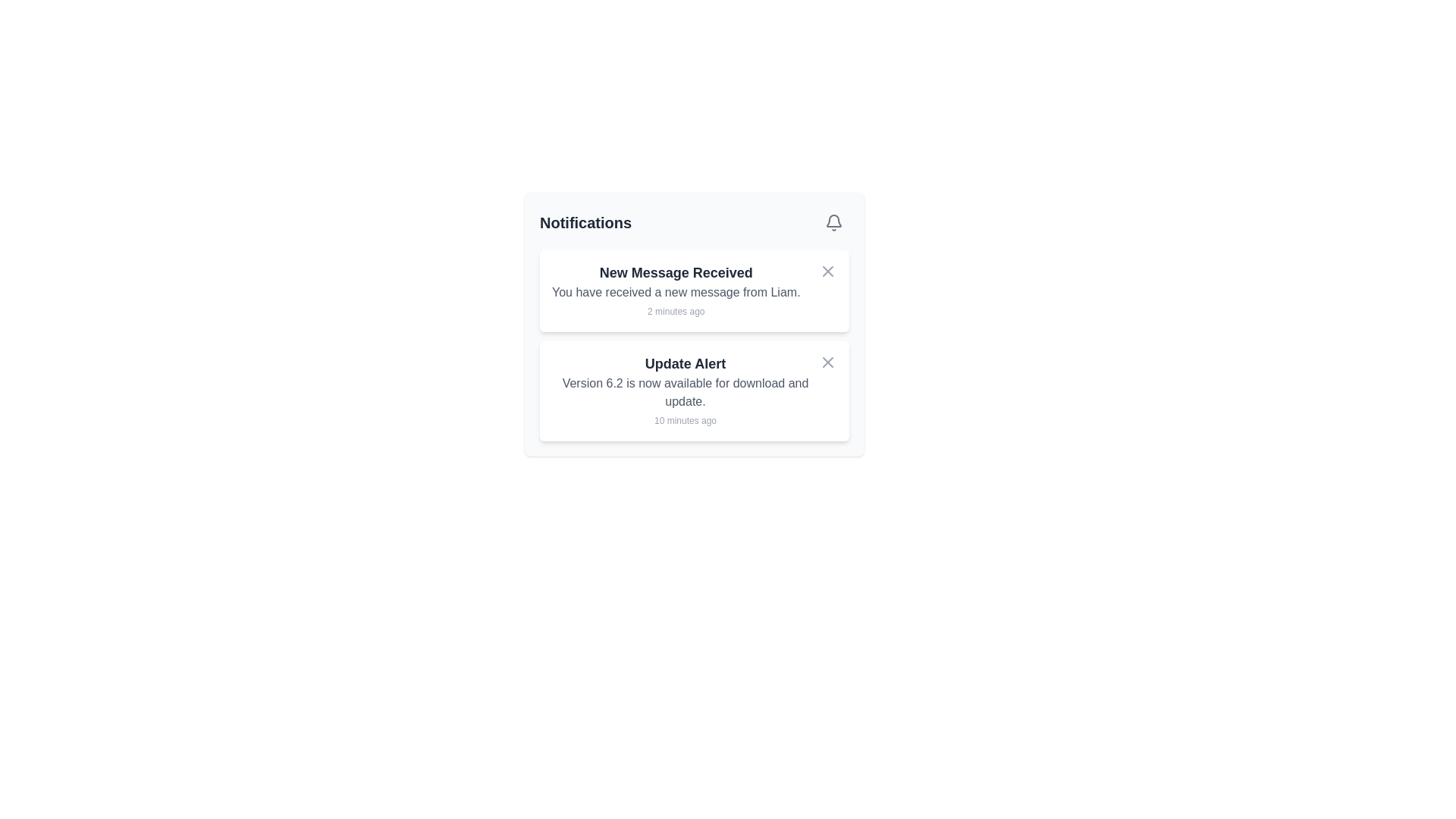  What do you see at coordinates (827, 271) in the screenshot?
I see `the close icon (an 'X' symbol) located at the top right corner of the 'New Message Received' notification card` at bounding box center [827, 271].